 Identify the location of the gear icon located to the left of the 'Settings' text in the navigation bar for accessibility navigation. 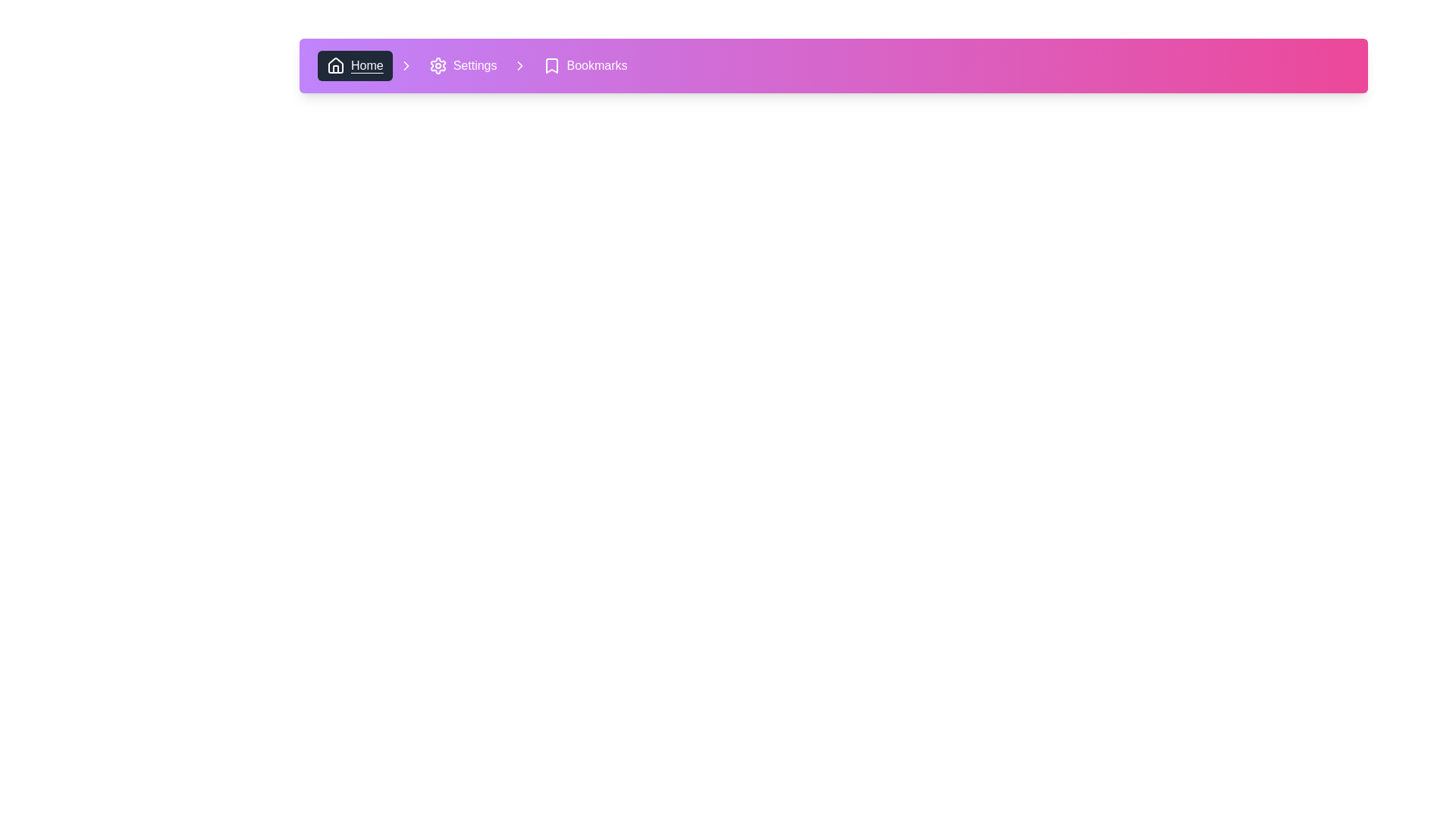
(437, 65).